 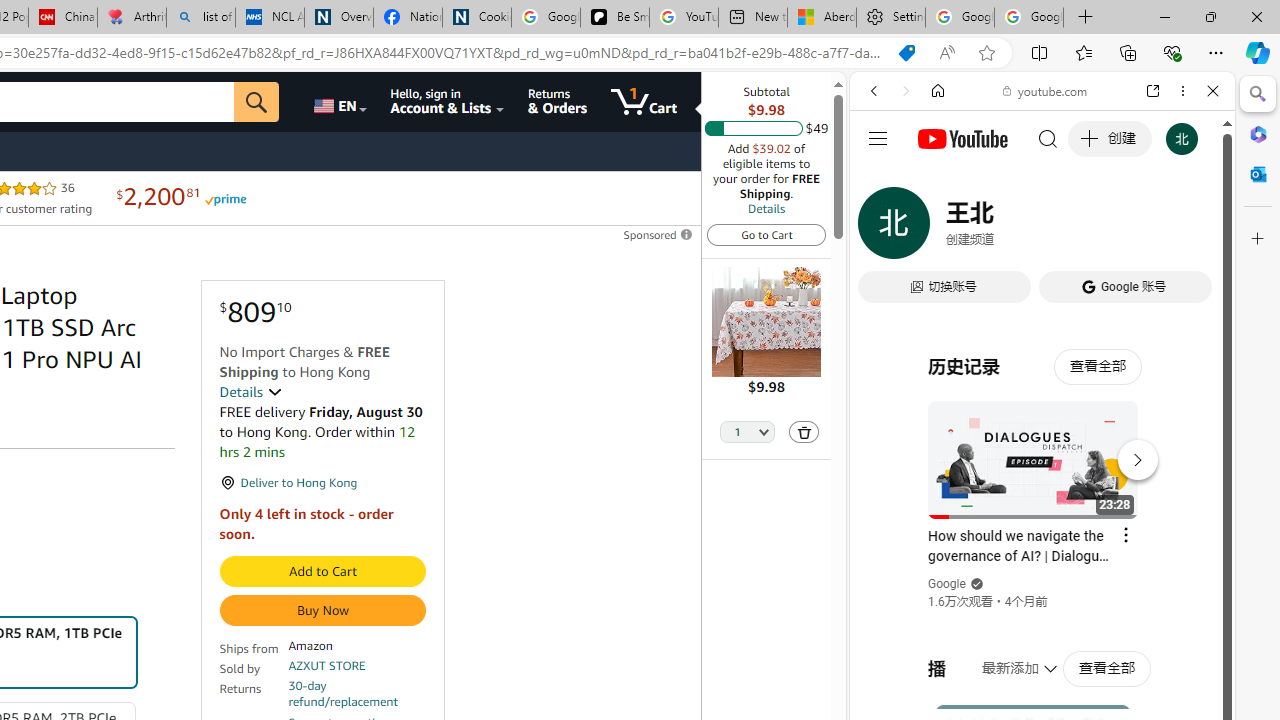 I want to click on 'Add this page to favorites (Ctrl+D)', so click(x=986, y=52).